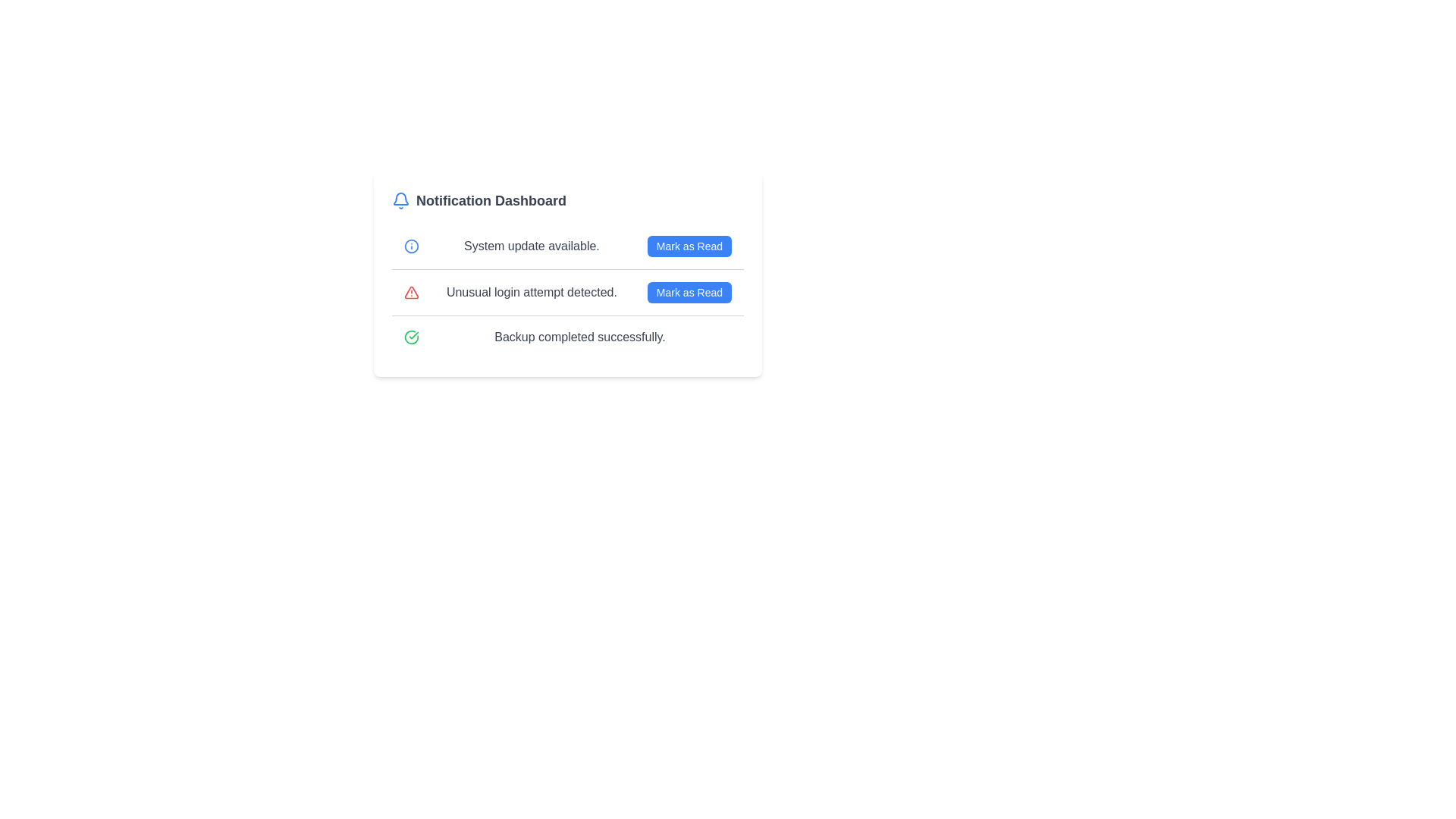  Describe the element at coordinates (566, 245) in the screenshot. I see `the Notification row displaying 'System update available.' by clicking on it for further context` at that location.